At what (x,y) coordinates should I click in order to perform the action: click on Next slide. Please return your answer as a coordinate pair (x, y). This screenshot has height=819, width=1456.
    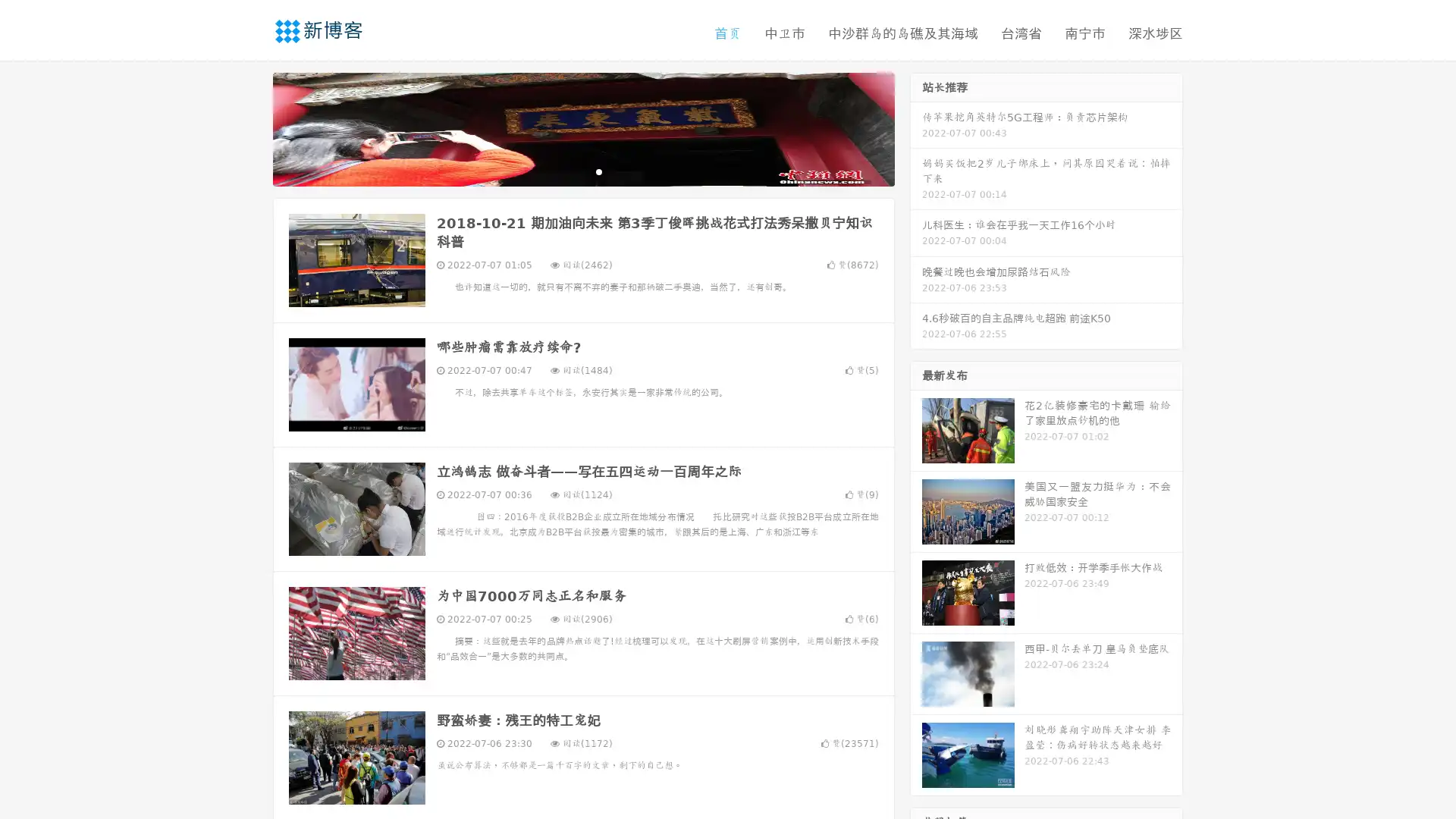
    Looking at the image, I should click on (916, 127).